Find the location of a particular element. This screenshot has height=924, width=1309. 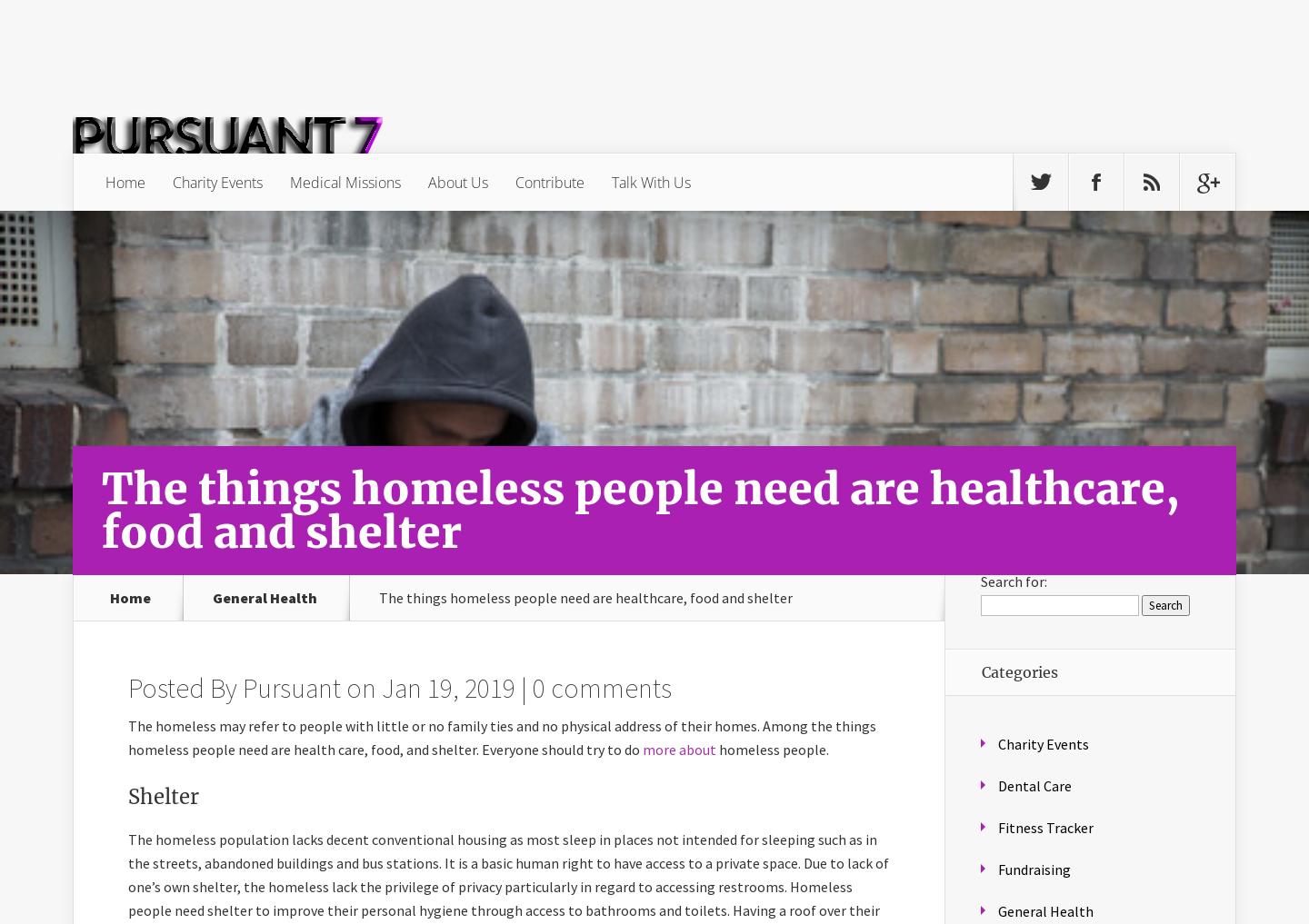

'Posted By' is located at coordinates (185, 687).